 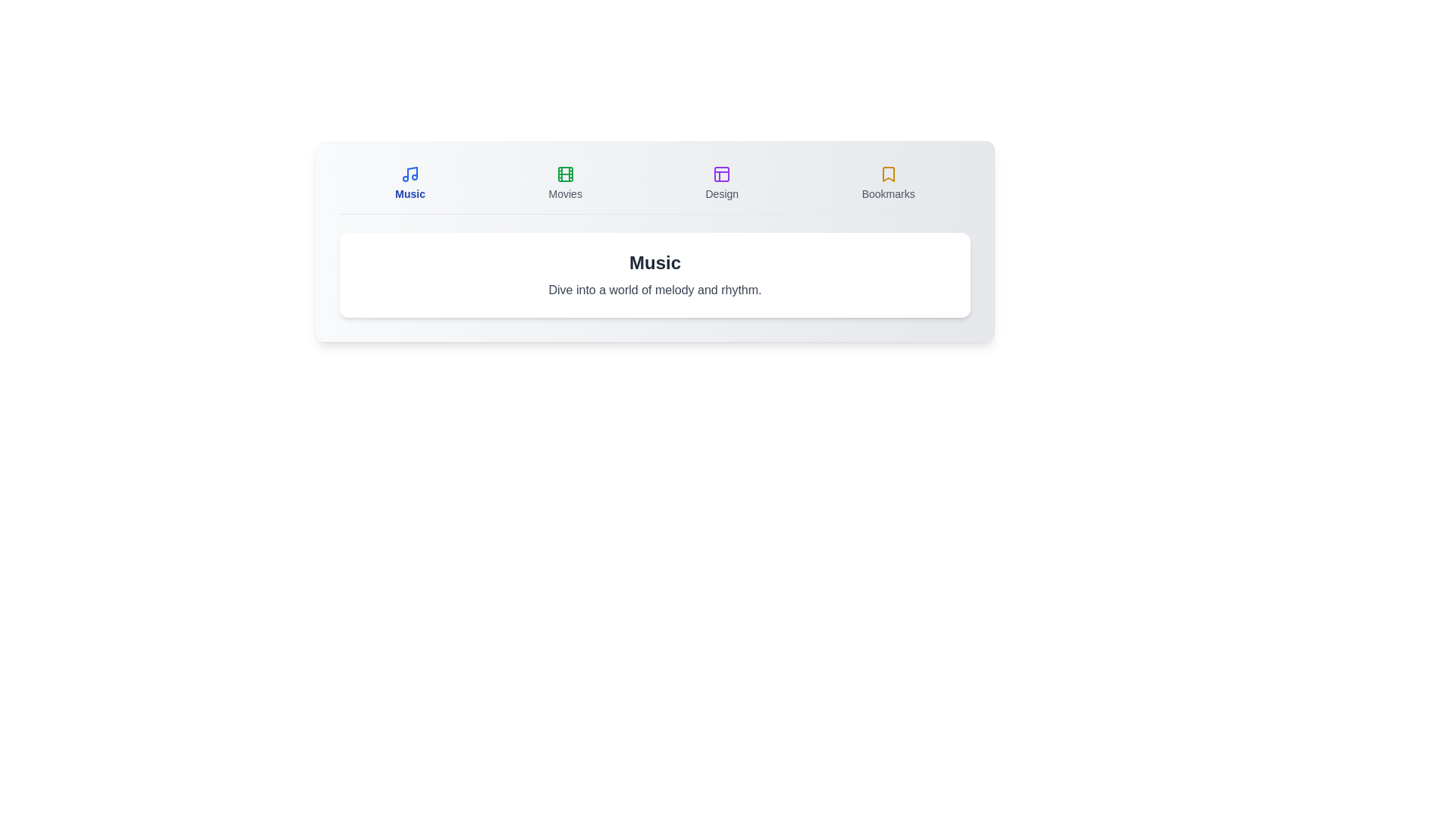 What do you see at coordinates (888, 183) in the screenshot?
I see `the tab icon labeled Bookmarks` at bounding box center [888, 183].